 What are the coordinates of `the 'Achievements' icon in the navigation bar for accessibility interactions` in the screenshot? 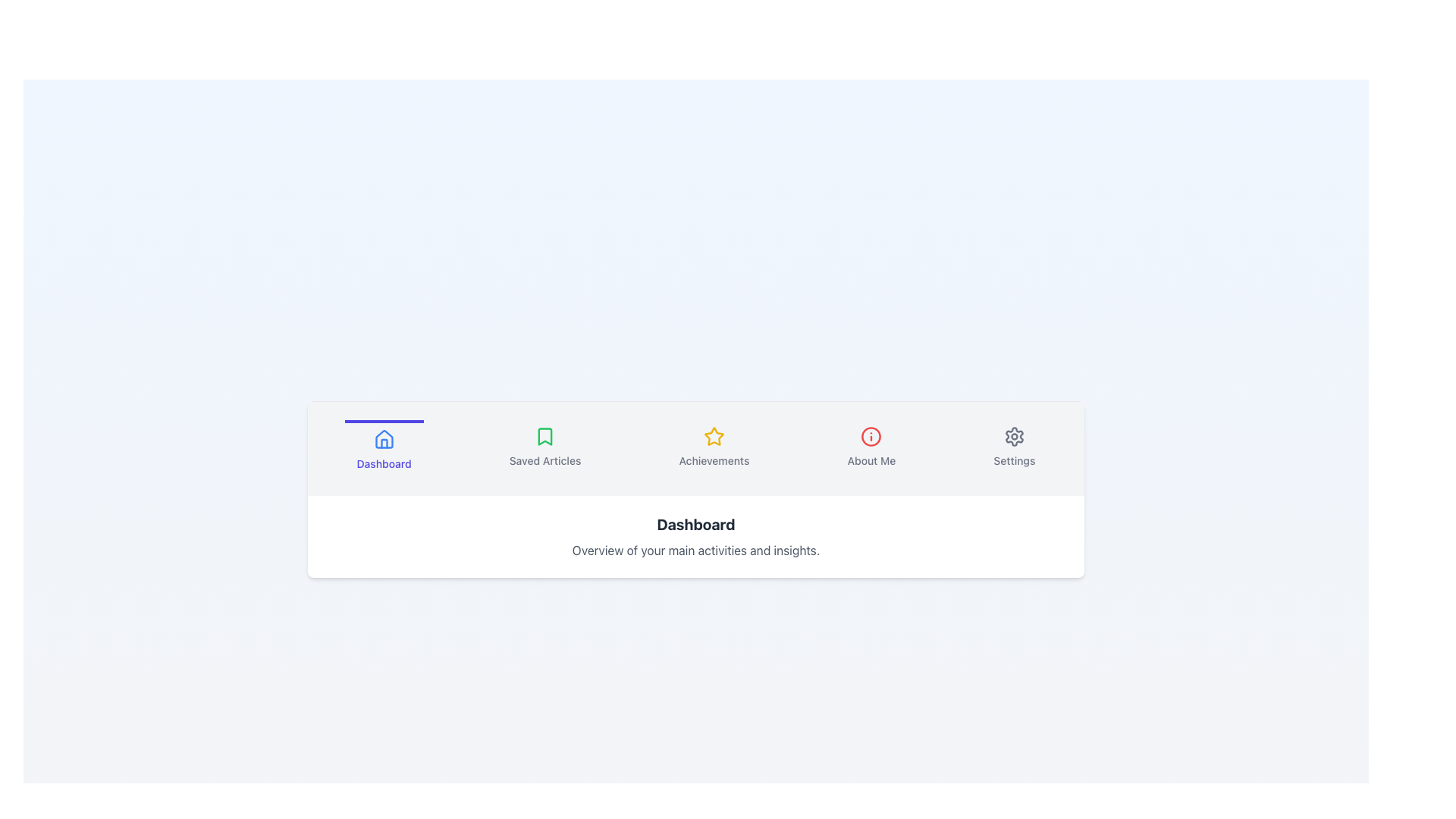 It's located at (713, 435).